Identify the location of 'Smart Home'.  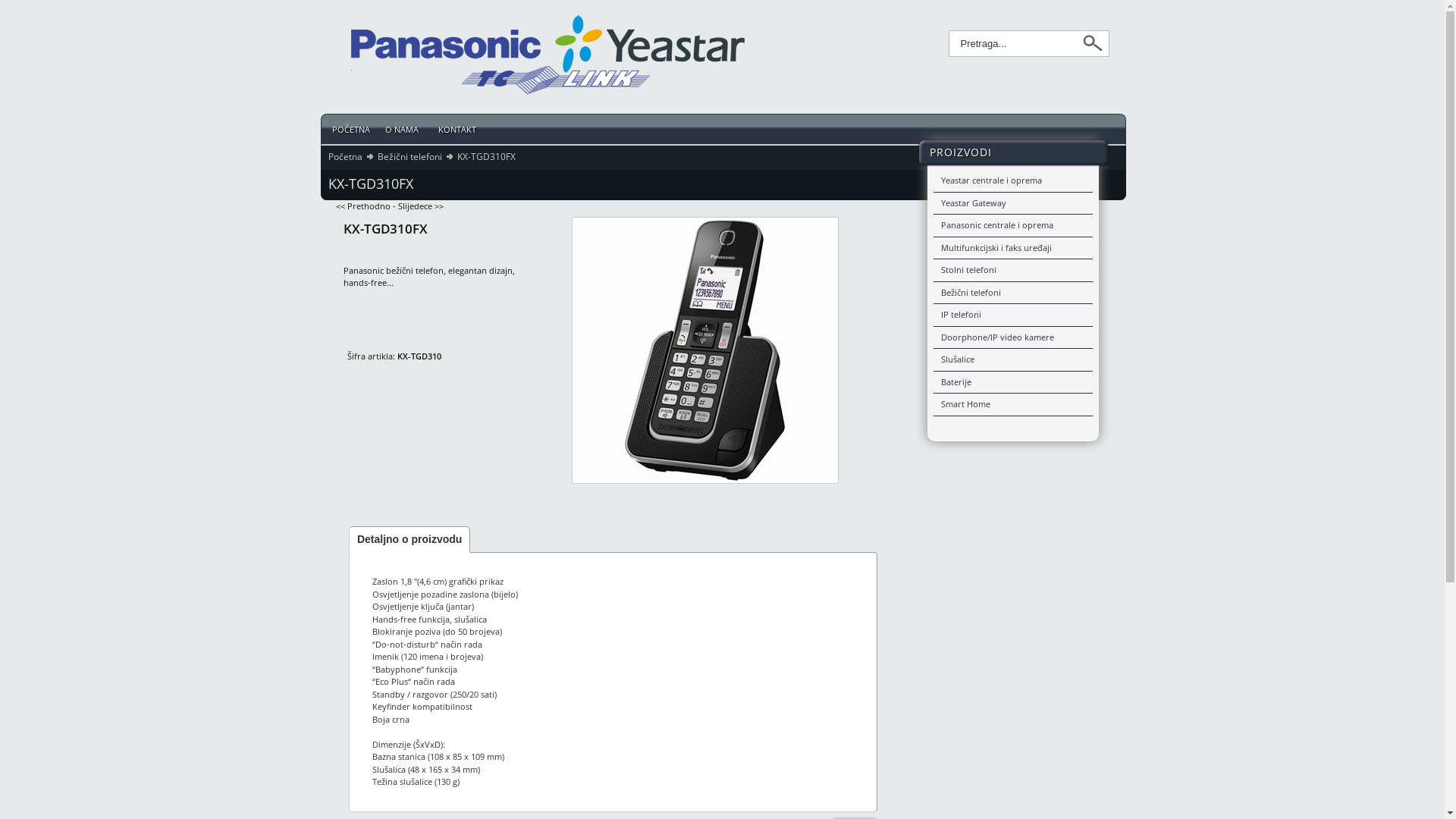
(1012, 403).